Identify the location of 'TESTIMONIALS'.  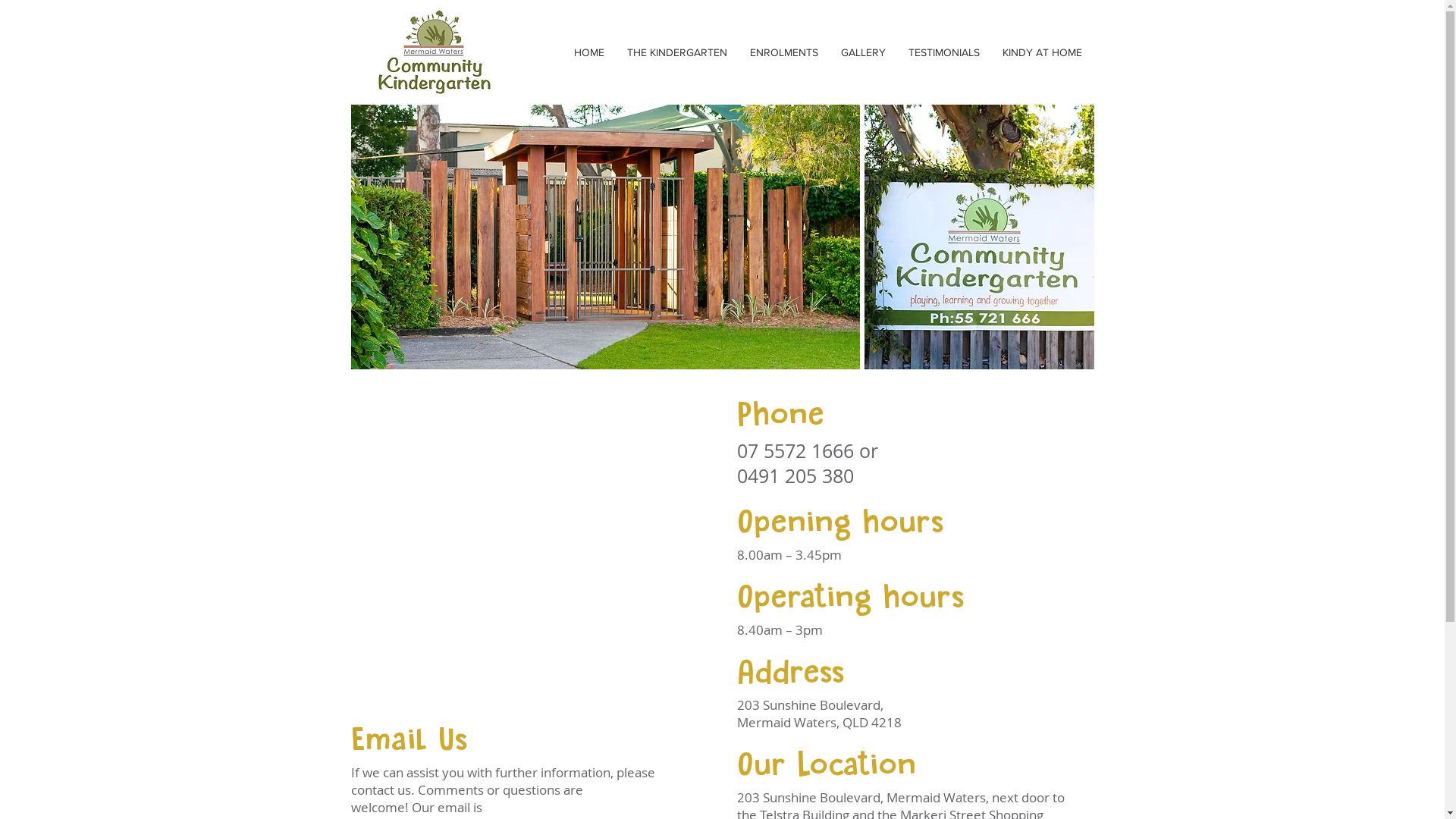
(942, 52).